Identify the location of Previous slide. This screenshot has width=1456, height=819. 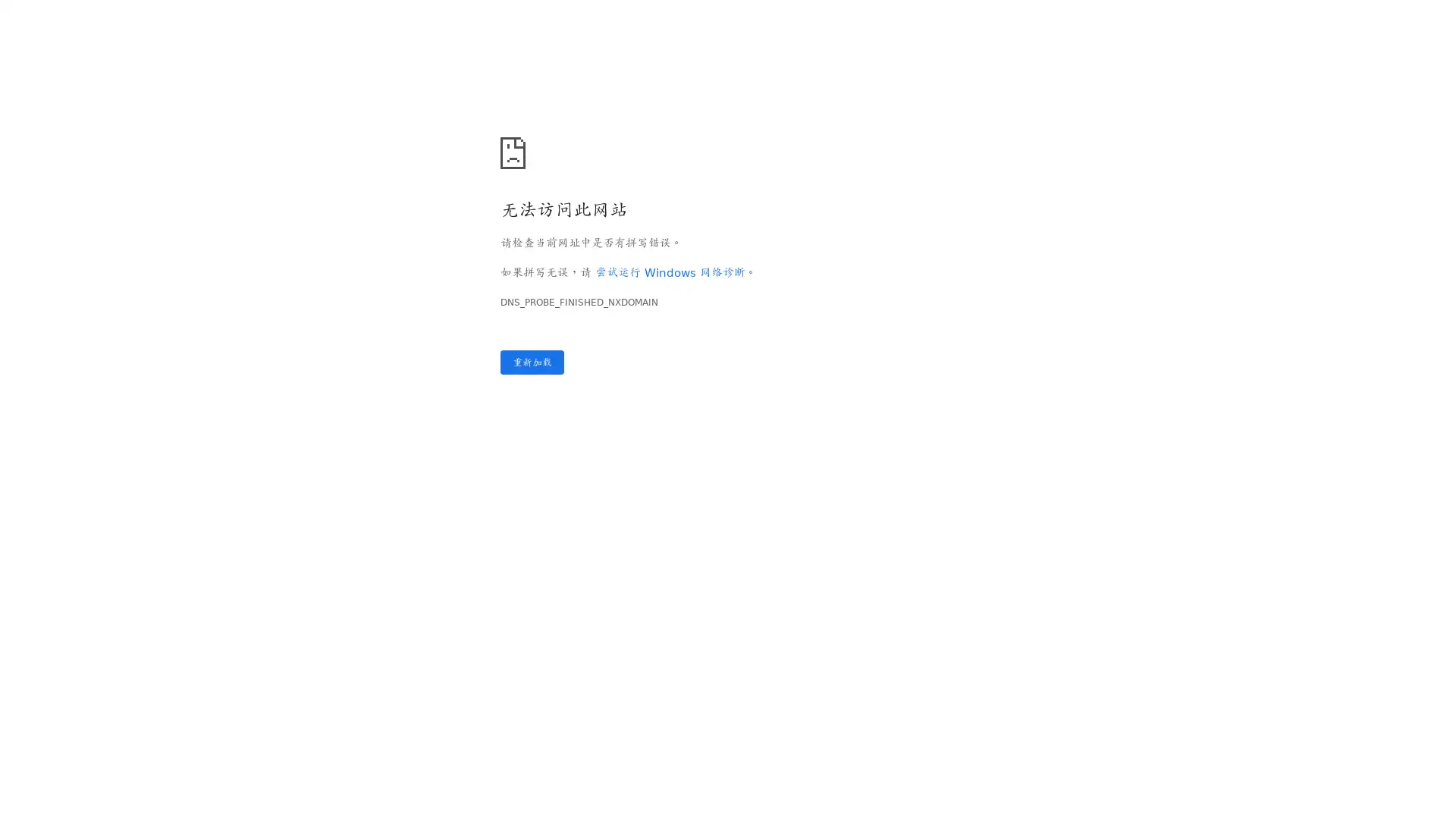
(27, 431).